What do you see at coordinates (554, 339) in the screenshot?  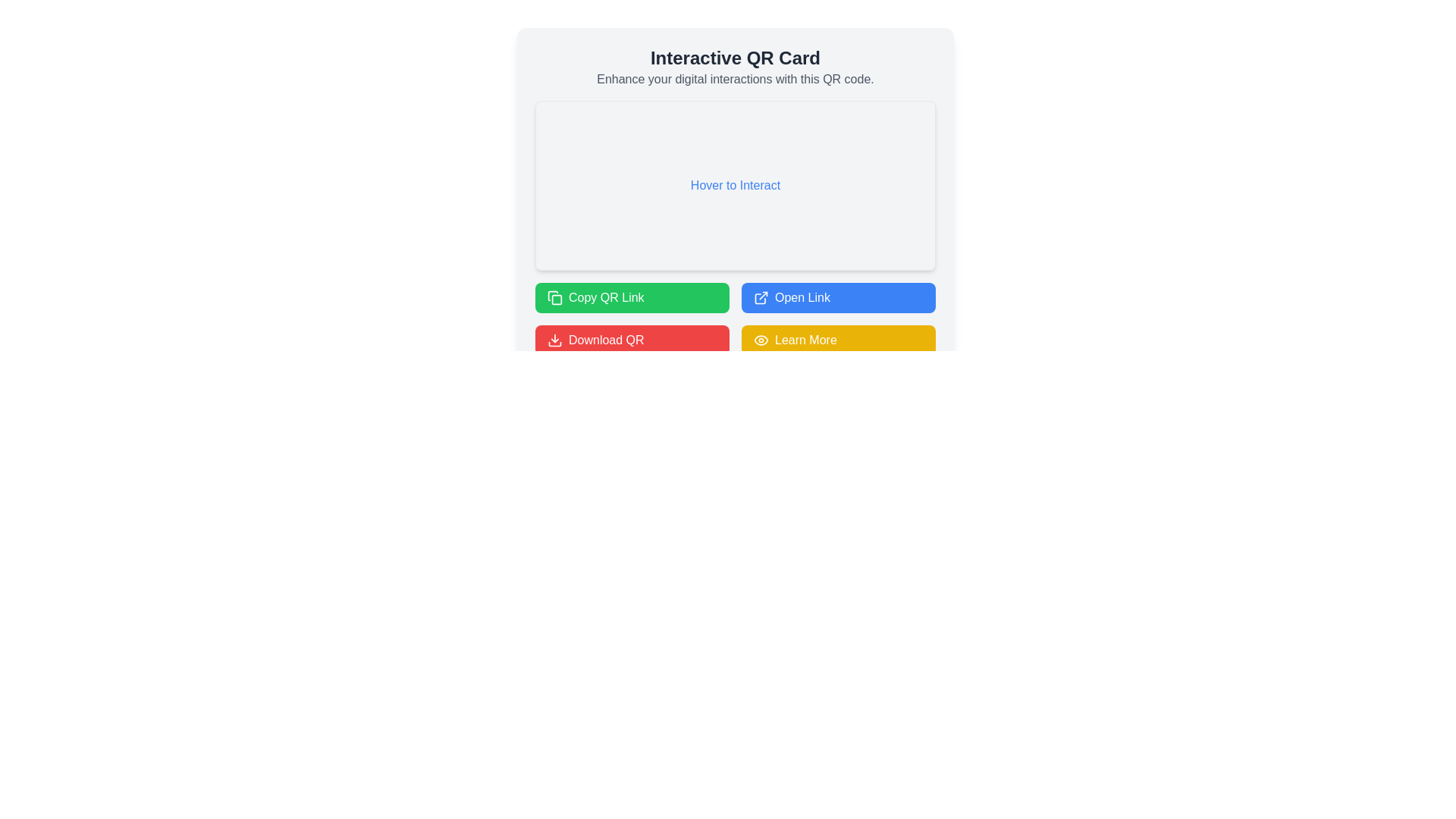 I see `the download icon located inside the red 'Download QR' button at the bottom left of the button's text` at bounding box center [554, 339].